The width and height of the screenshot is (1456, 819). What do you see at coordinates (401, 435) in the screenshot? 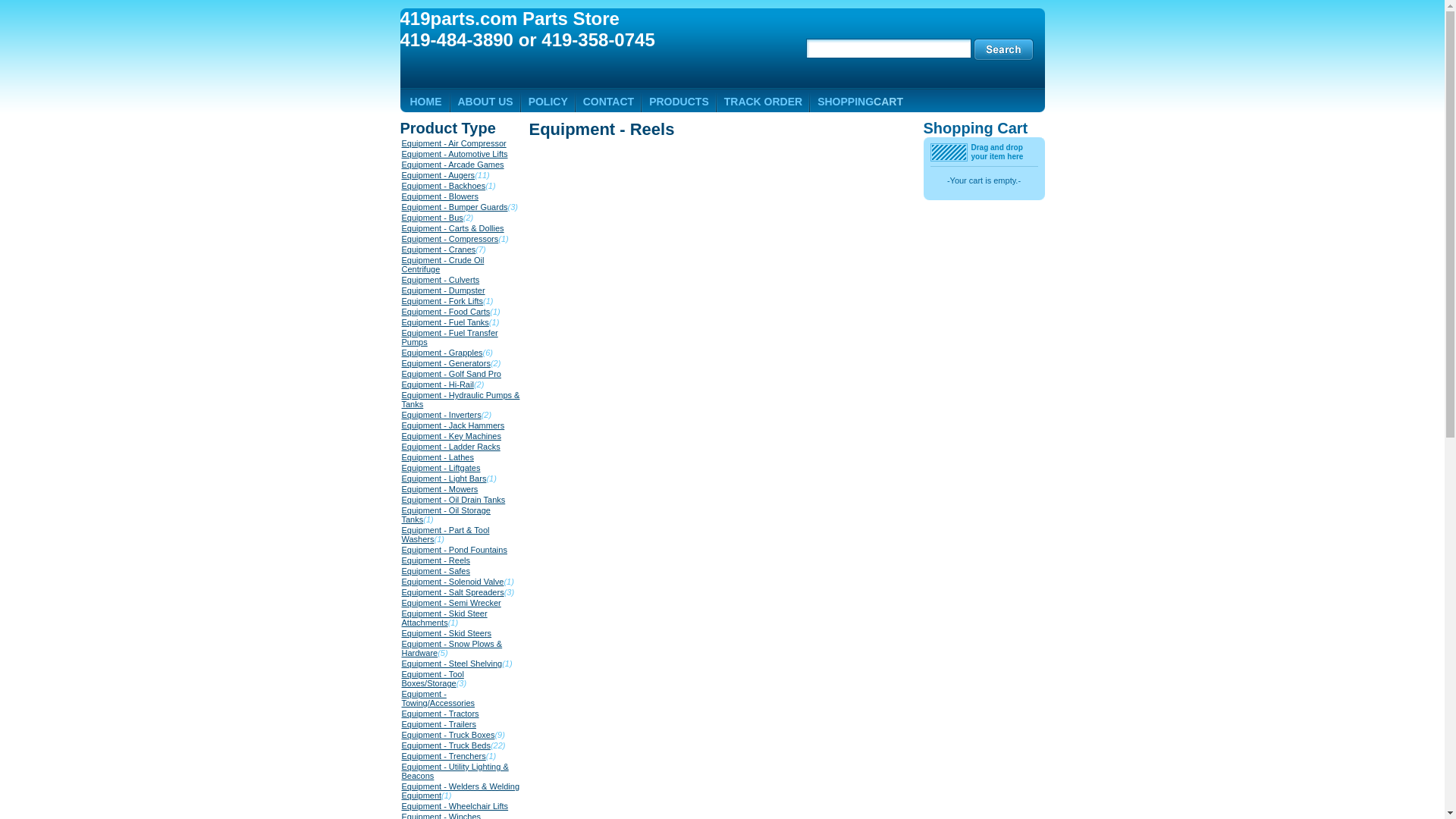
I see `'Equipment - Key Machines'` at bounding box center [401, 435].